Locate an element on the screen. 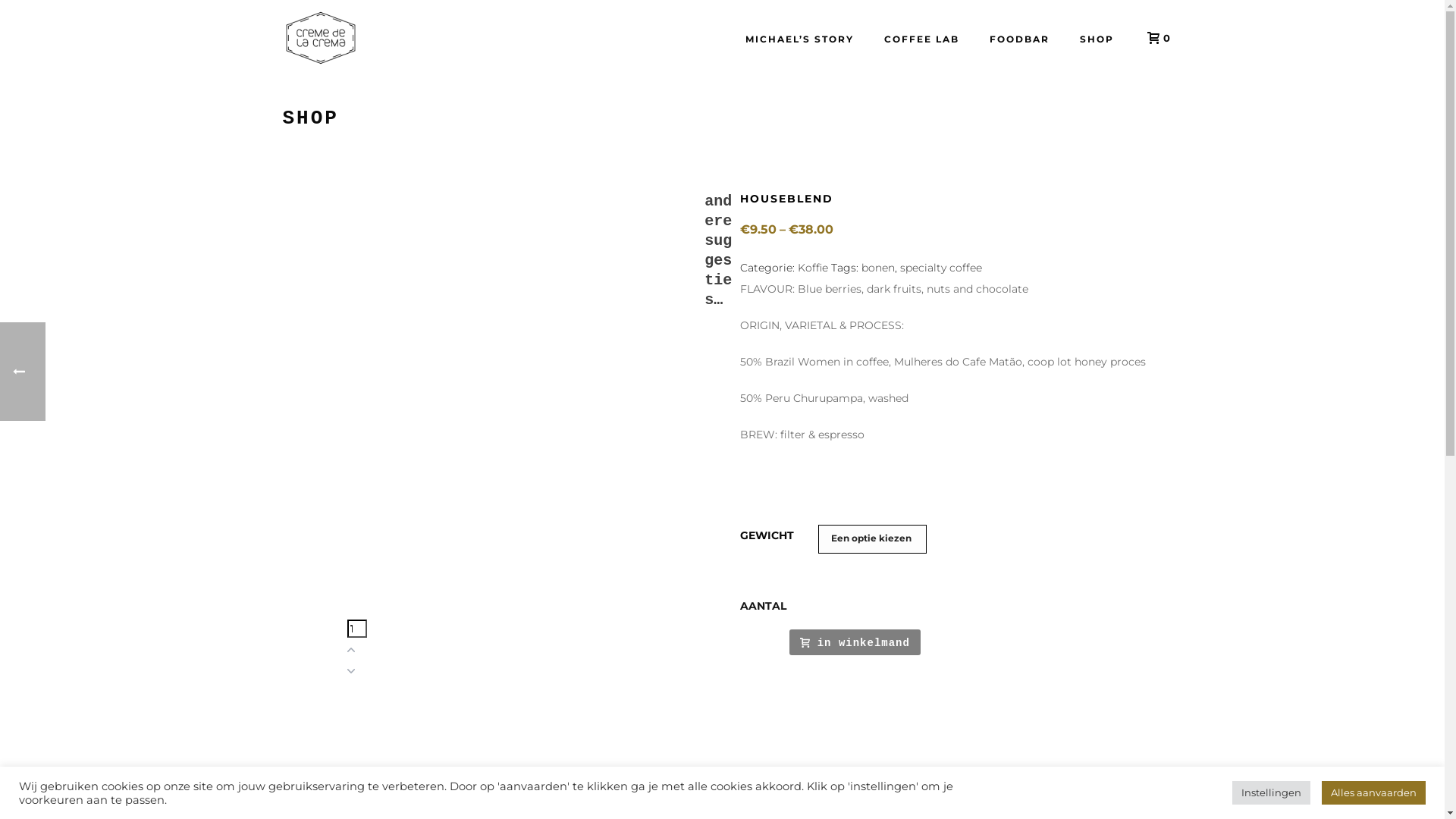 Image resolution: width=1456 pixels, height=819 pixels. 'Koffie' is located at coordinates (811, 267).